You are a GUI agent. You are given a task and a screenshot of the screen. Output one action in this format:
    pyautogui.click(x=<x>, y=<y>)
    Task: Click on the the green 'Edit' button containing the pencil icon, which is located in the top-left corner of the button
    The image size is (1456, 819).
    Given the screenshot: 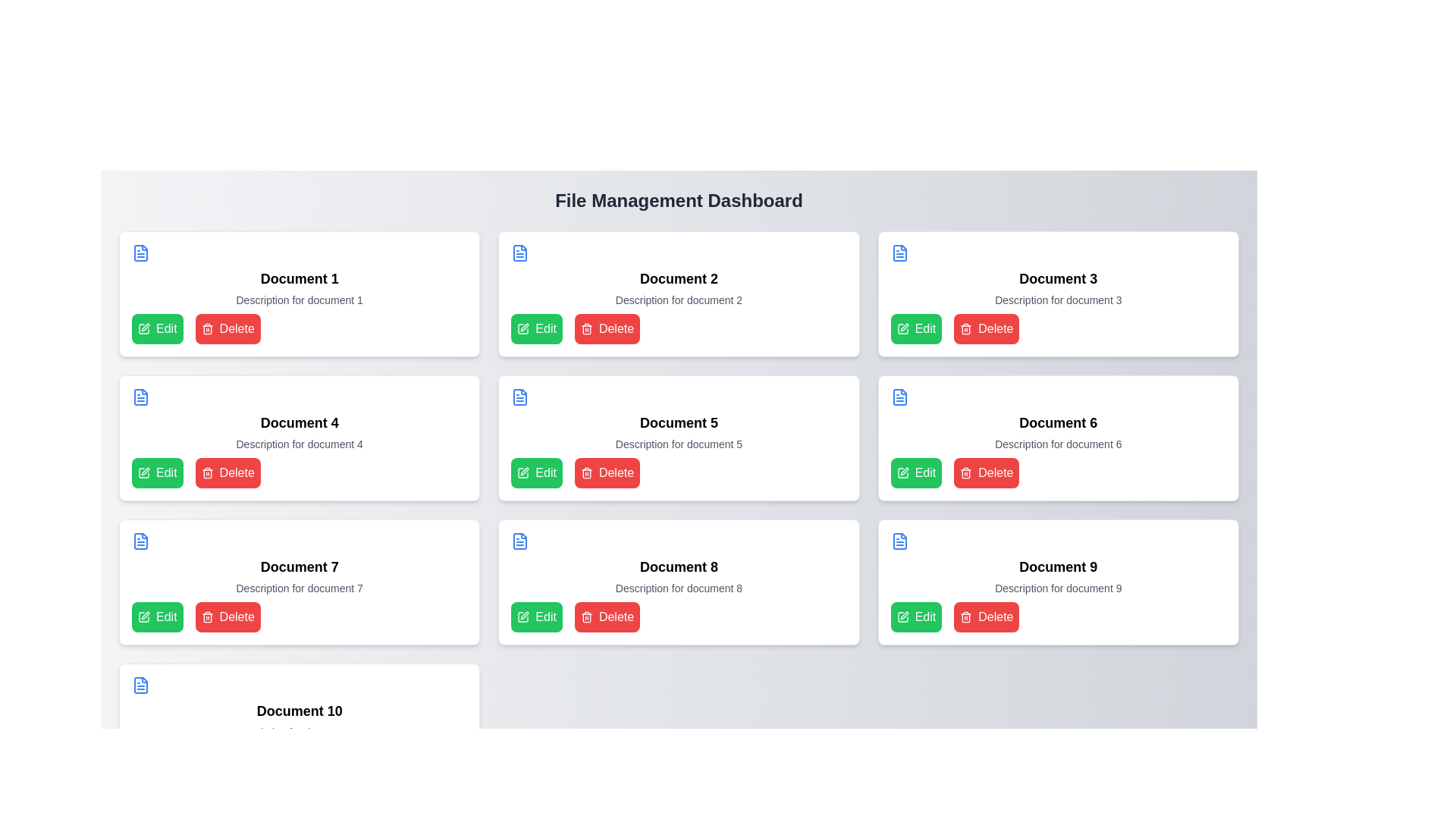 What is the action you would take?
    pyautogui.click(x=902, y=328)
    